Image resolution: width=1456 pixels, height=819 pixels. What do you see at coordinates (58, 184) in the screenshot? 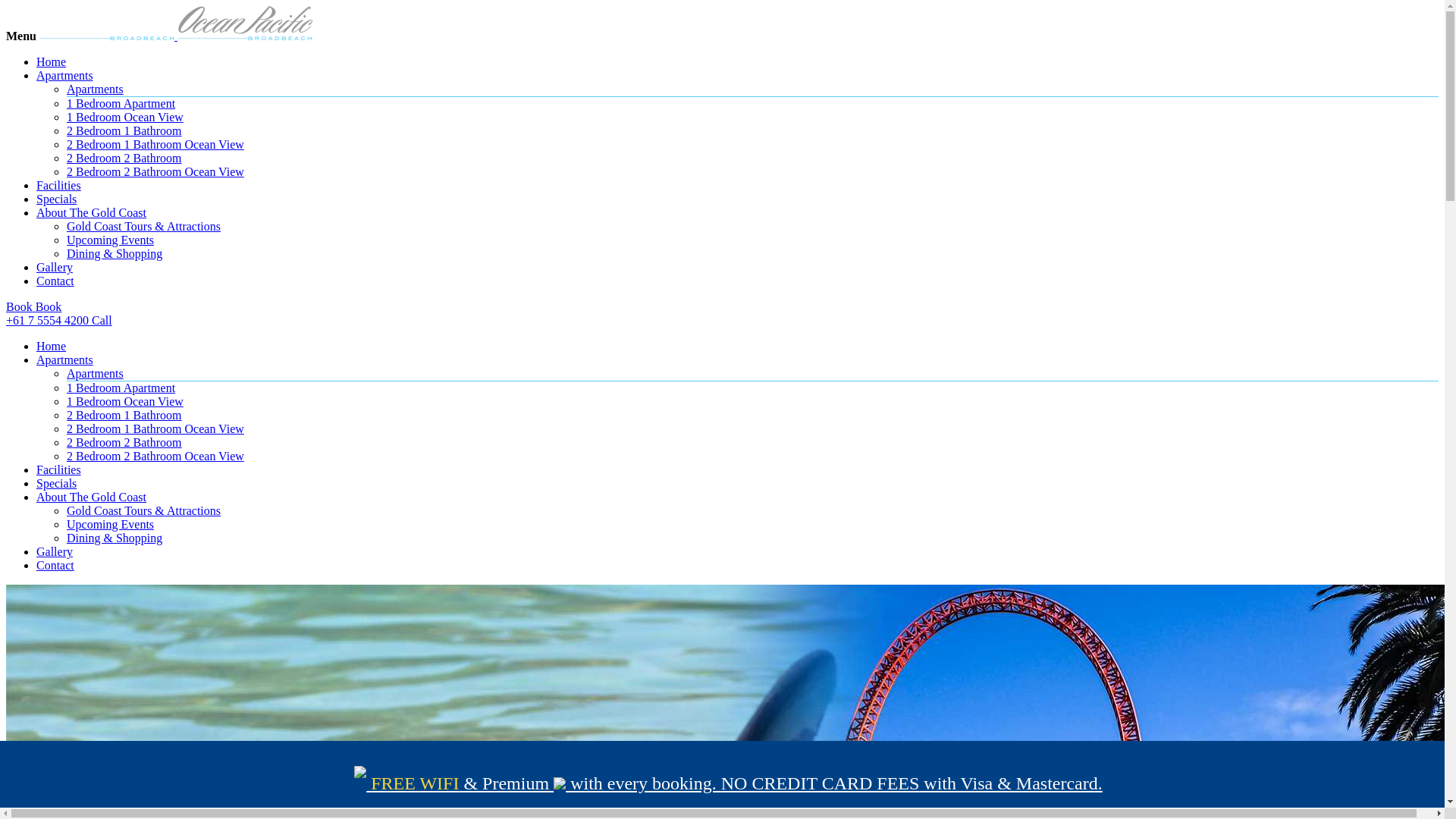
I see `'Facilities'` at bounding box center [58, 184].